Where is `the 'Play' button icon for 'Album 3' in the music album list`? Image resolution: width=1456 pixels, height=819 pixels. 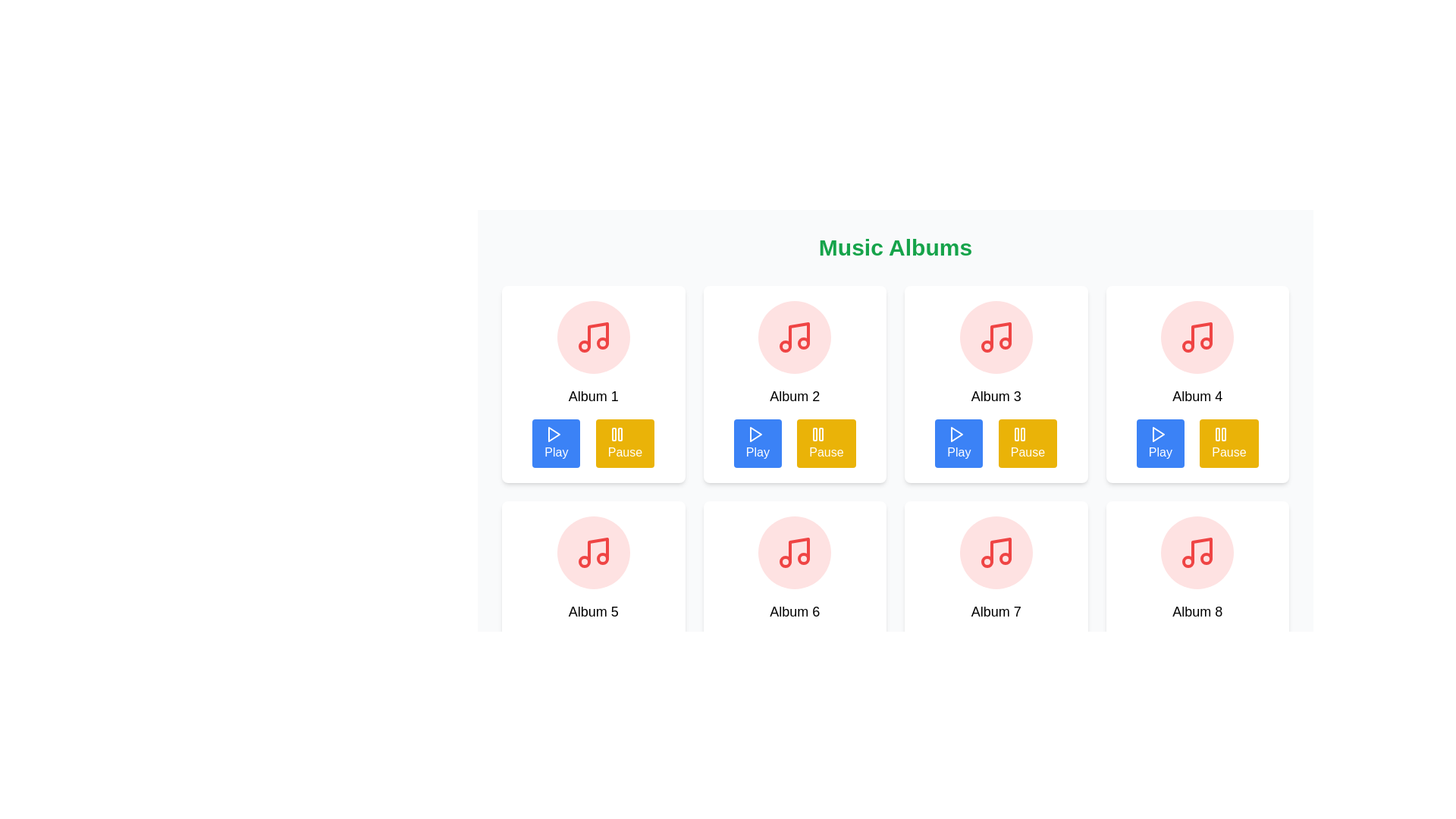 the 'Play' button icon for 'Album 3' in the music album list is located at coordinates (956, 435).